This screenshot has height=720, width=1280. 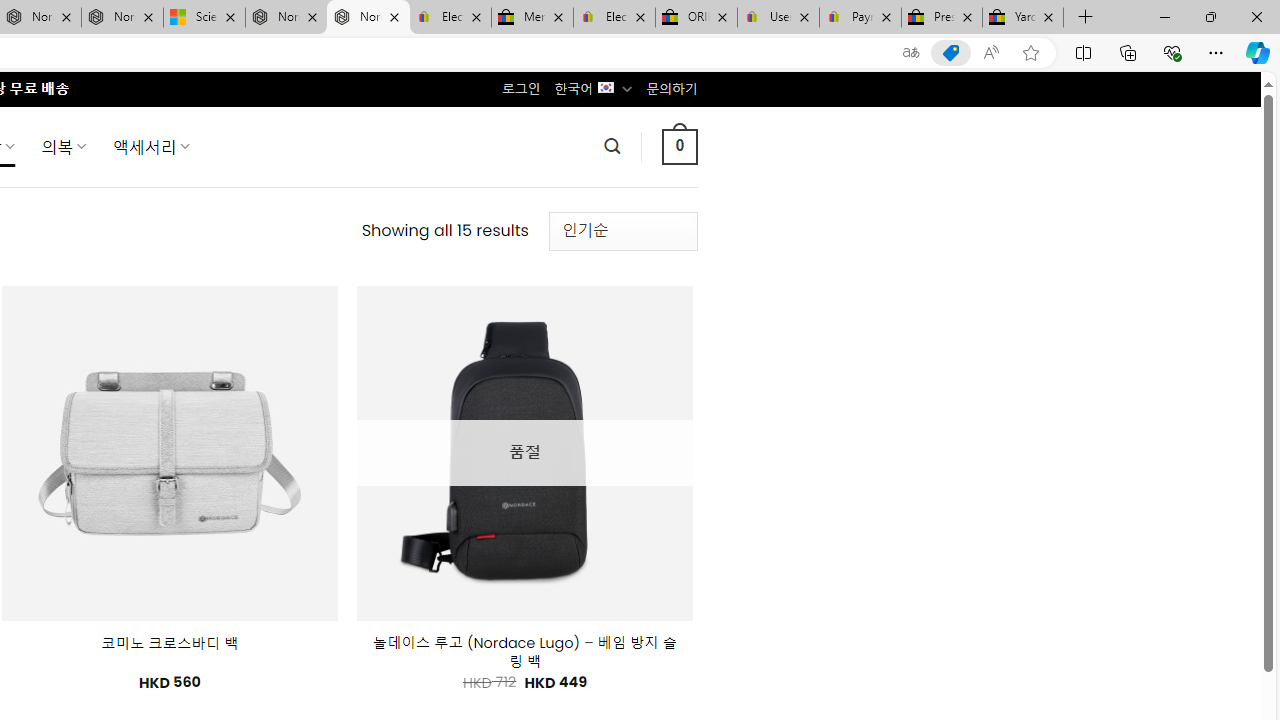 What do you see at coordinates (679, 145) in the screenshot?
I see `'  0  '` at bounding box center [679, 145].